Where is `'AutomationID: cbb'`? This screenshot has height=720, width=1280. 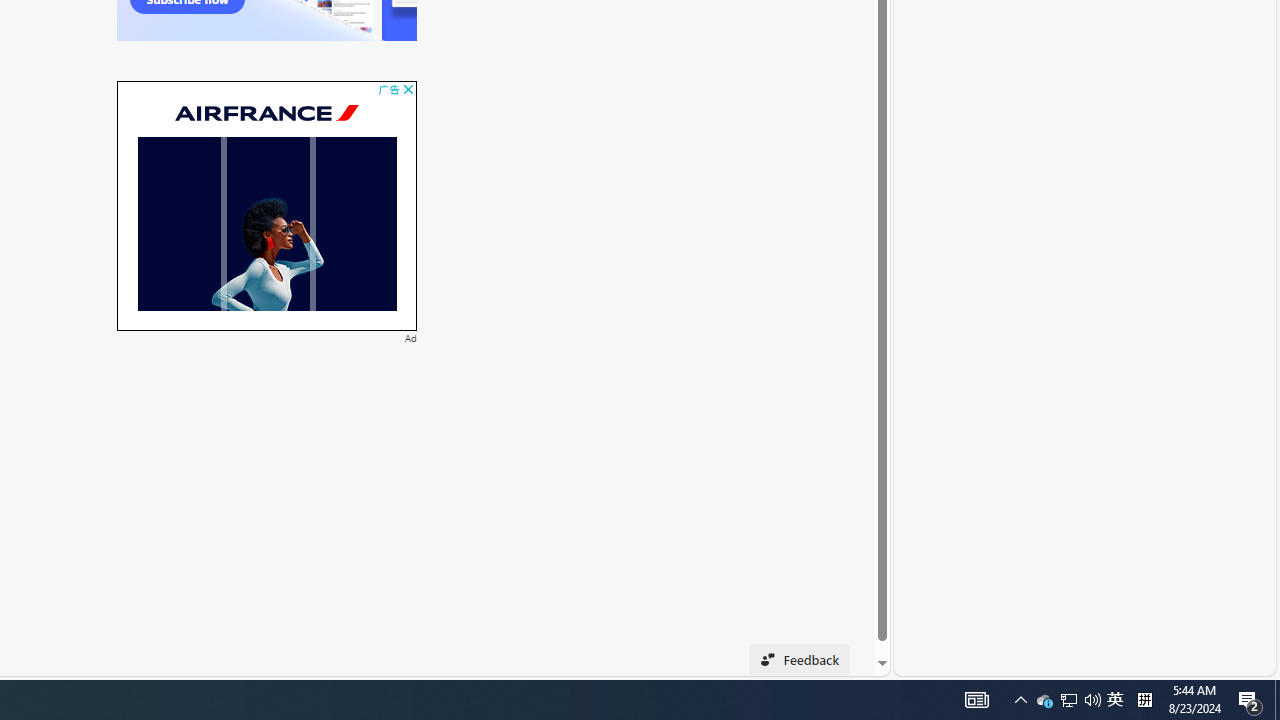
'AutomationID: cbb' is located at coordinates (407, 88).